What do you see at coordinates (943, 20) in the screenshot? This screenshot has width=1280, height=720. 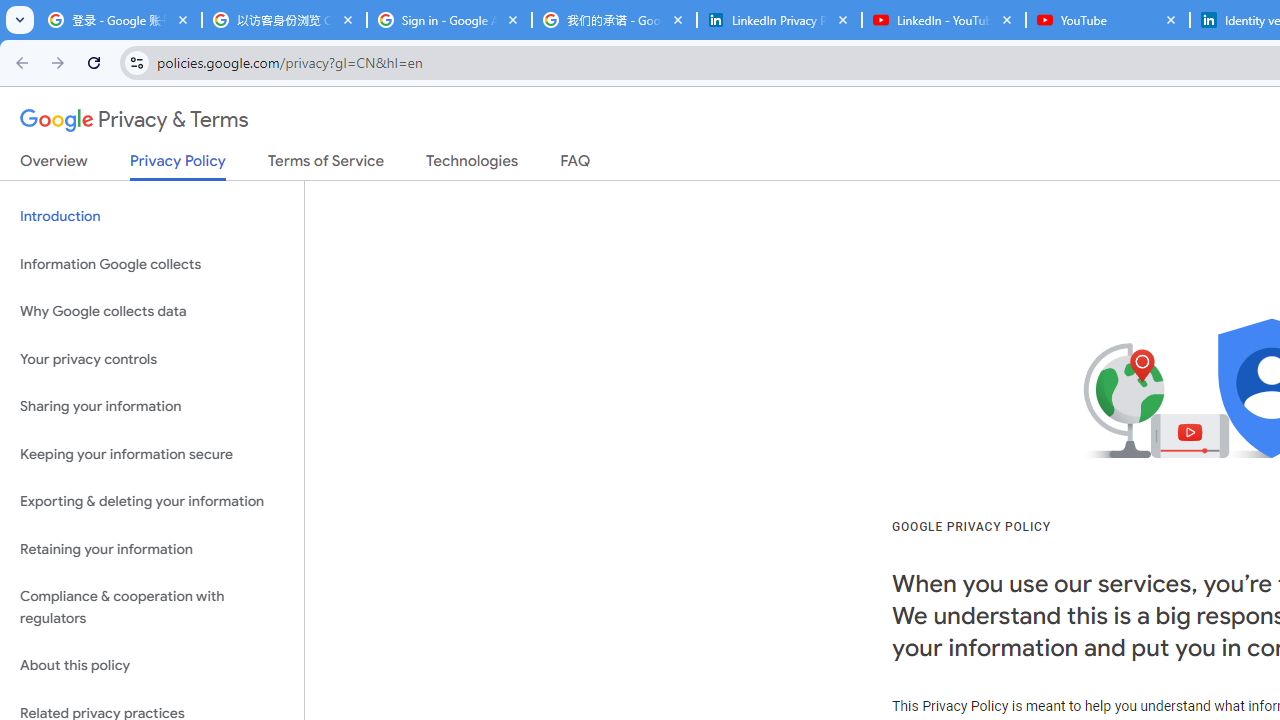 I see `'LinkedIn - YouTube'` at bounding box center [943, 20].